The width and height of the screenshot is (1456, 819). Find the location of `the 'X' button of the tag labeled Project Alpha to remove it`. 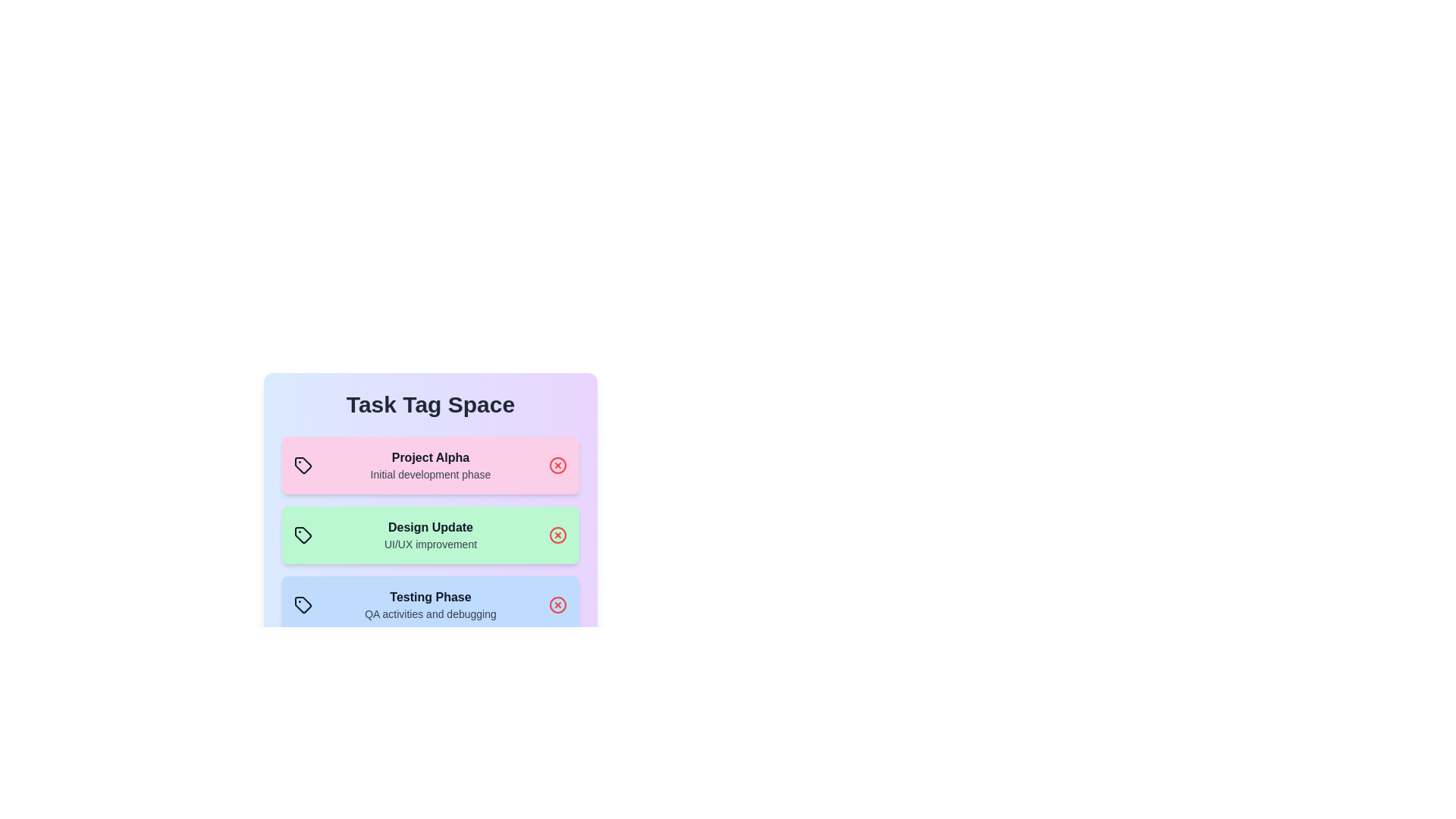

the 'X' button of the tag labeled Project Alpha to remove it is located at coordinates (557, 464).